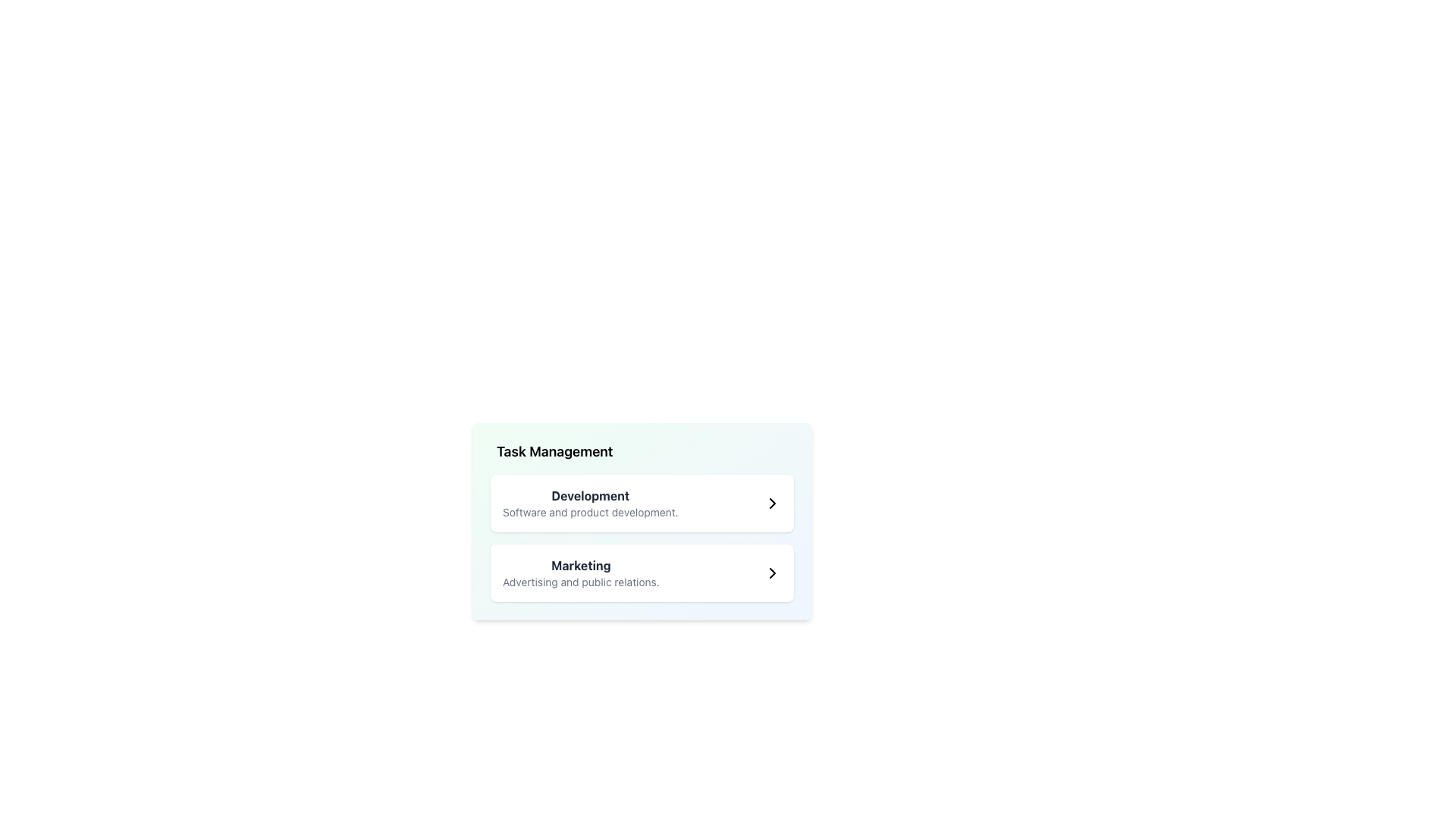 The width and height of the screenshot is (1456, 819). I want to click on text label displaying 'Marketing' which is styled in bold and located in the lower portion of the interface, underneath the 'Development' clickable area, so click(580, 565).